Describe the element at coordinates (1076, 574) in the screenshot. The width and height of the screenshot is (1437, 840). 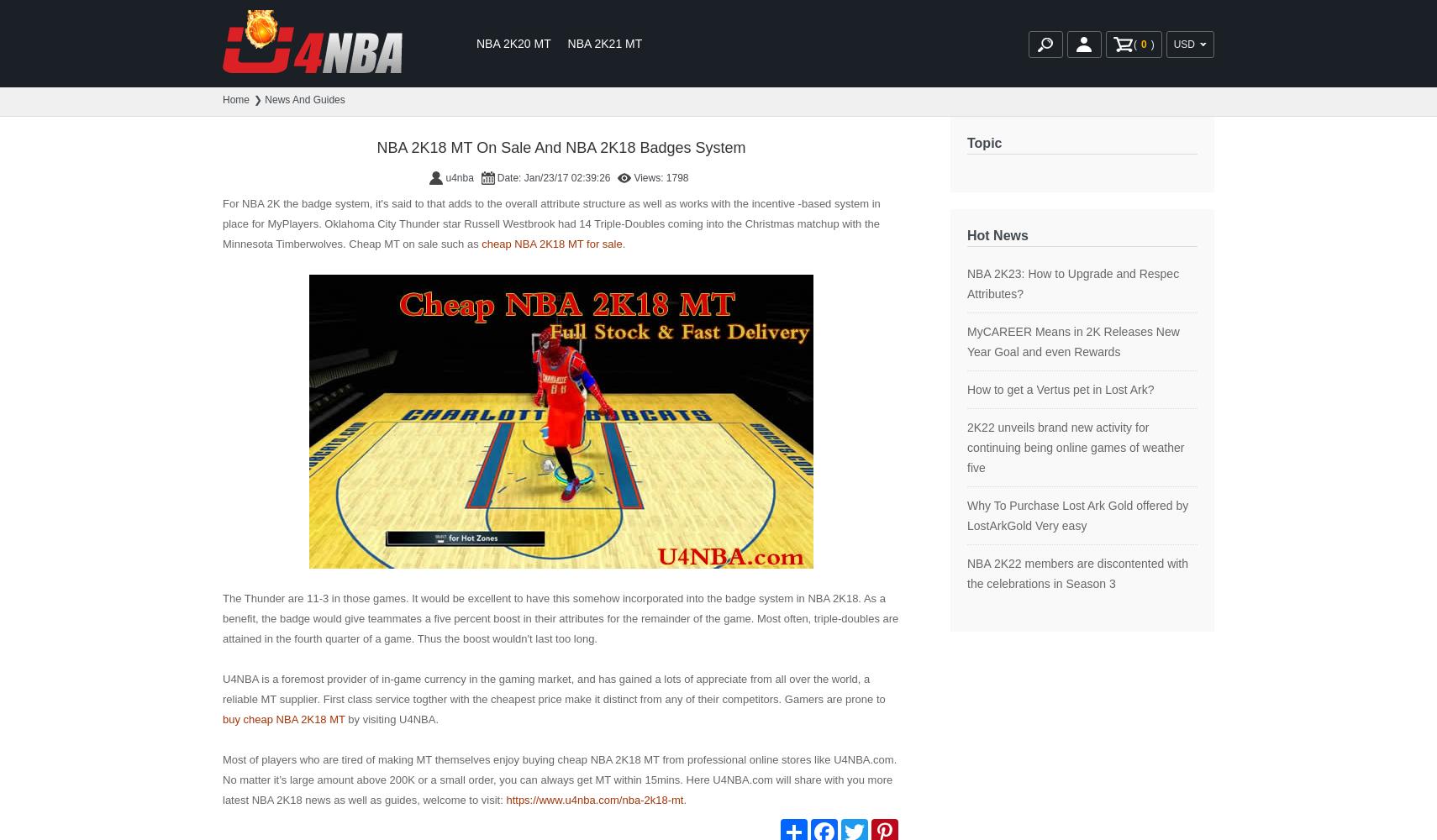
I see `'NBA 2K22 members are discontented with the celebrations in Season 3'` at that location.